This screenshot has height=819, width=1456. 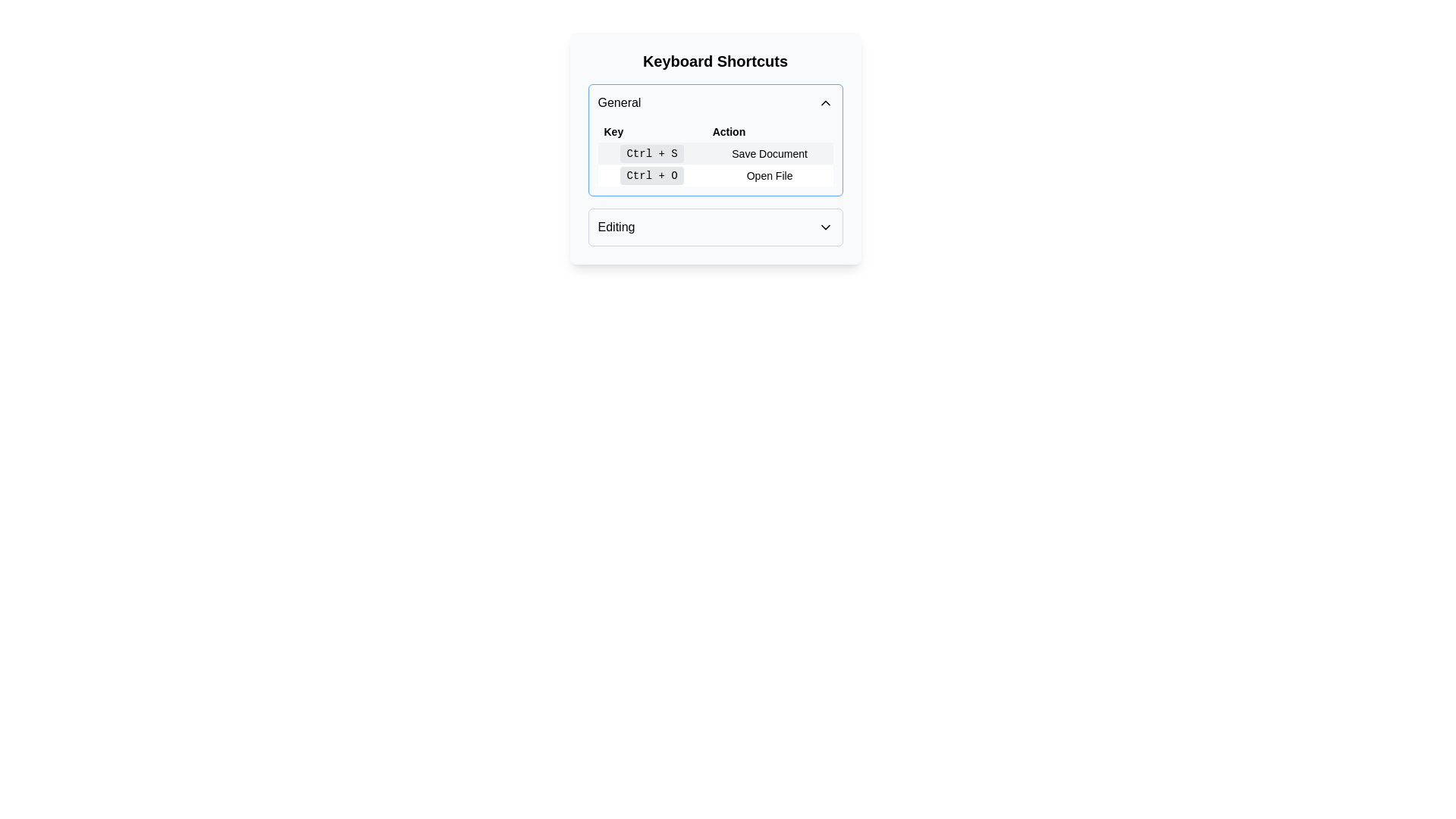 I want to click on the Chevron icon (expand/collapse indicator) located to the right of the 'General' header, so click(x=824, y=102).